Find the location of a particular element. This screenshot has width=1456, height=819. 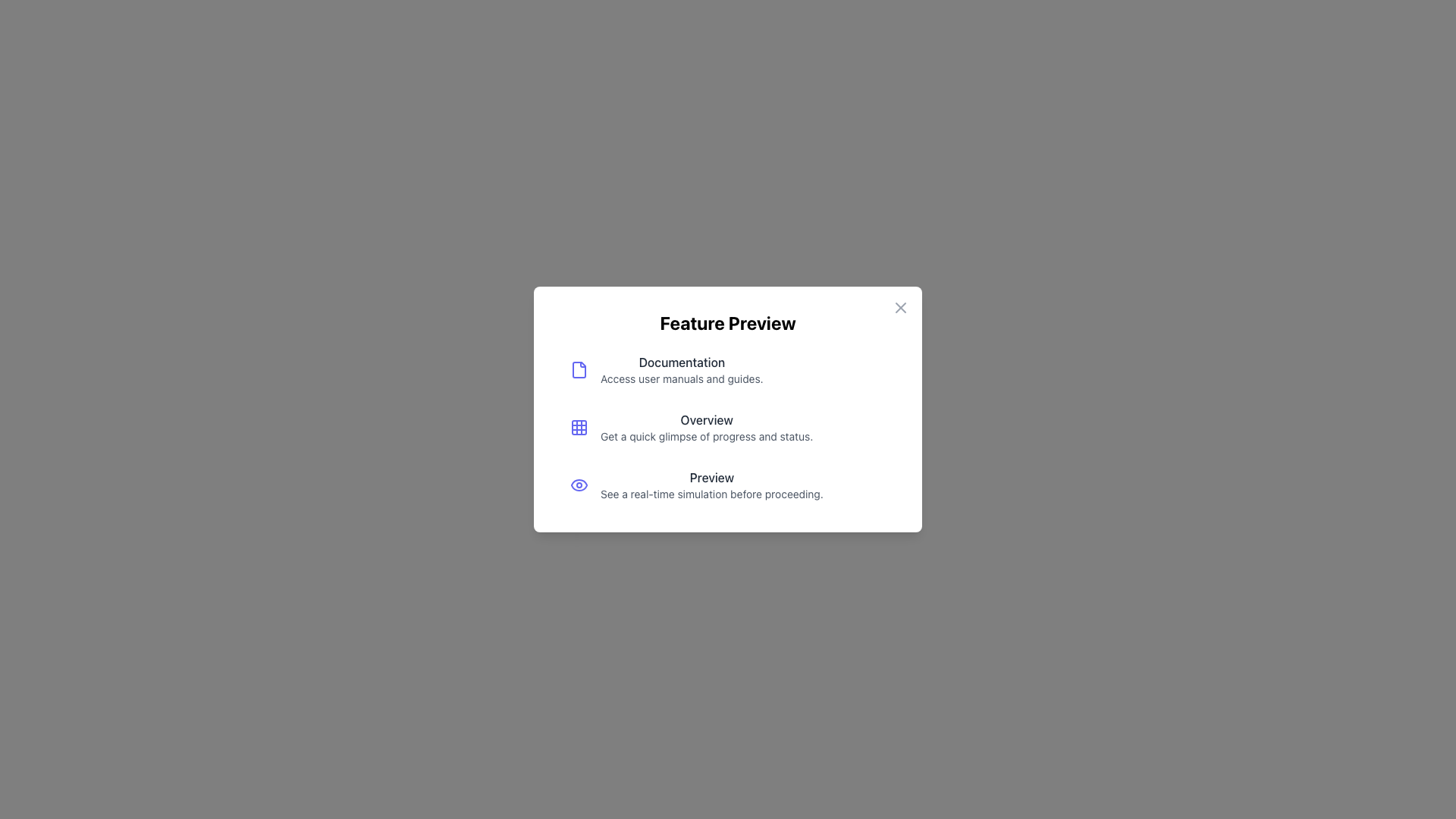

the close button located at the top-right corner of the modal is located at coordinates (901, 307).